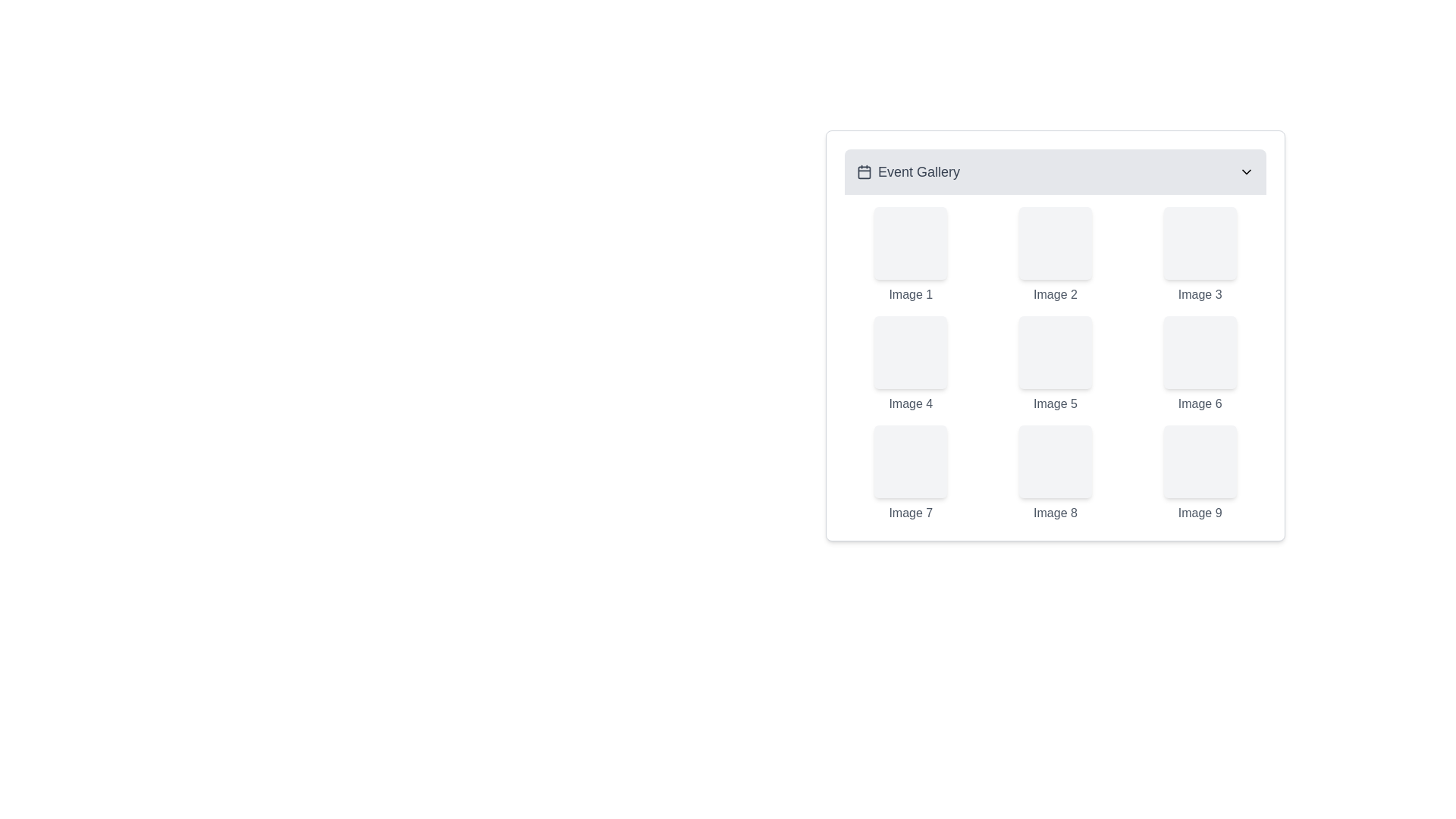 The image size is (1456, 819). I want to click on the grid item box labeled 'Image 8' which has a light gray background and rounded corners to interact with it, so click(1055, 472).